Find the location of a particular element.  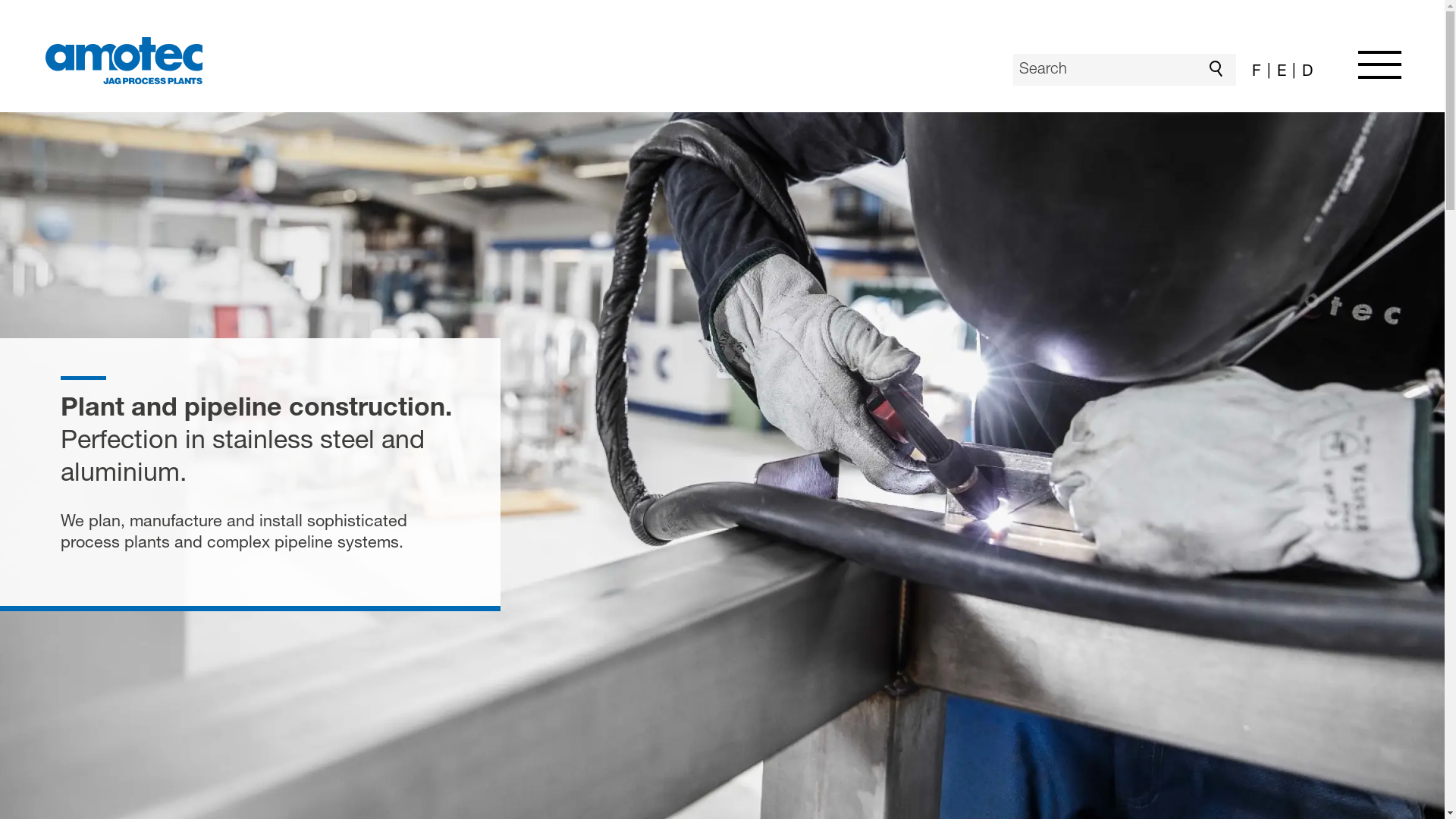

'D' is located at coordinates (1288, 73).